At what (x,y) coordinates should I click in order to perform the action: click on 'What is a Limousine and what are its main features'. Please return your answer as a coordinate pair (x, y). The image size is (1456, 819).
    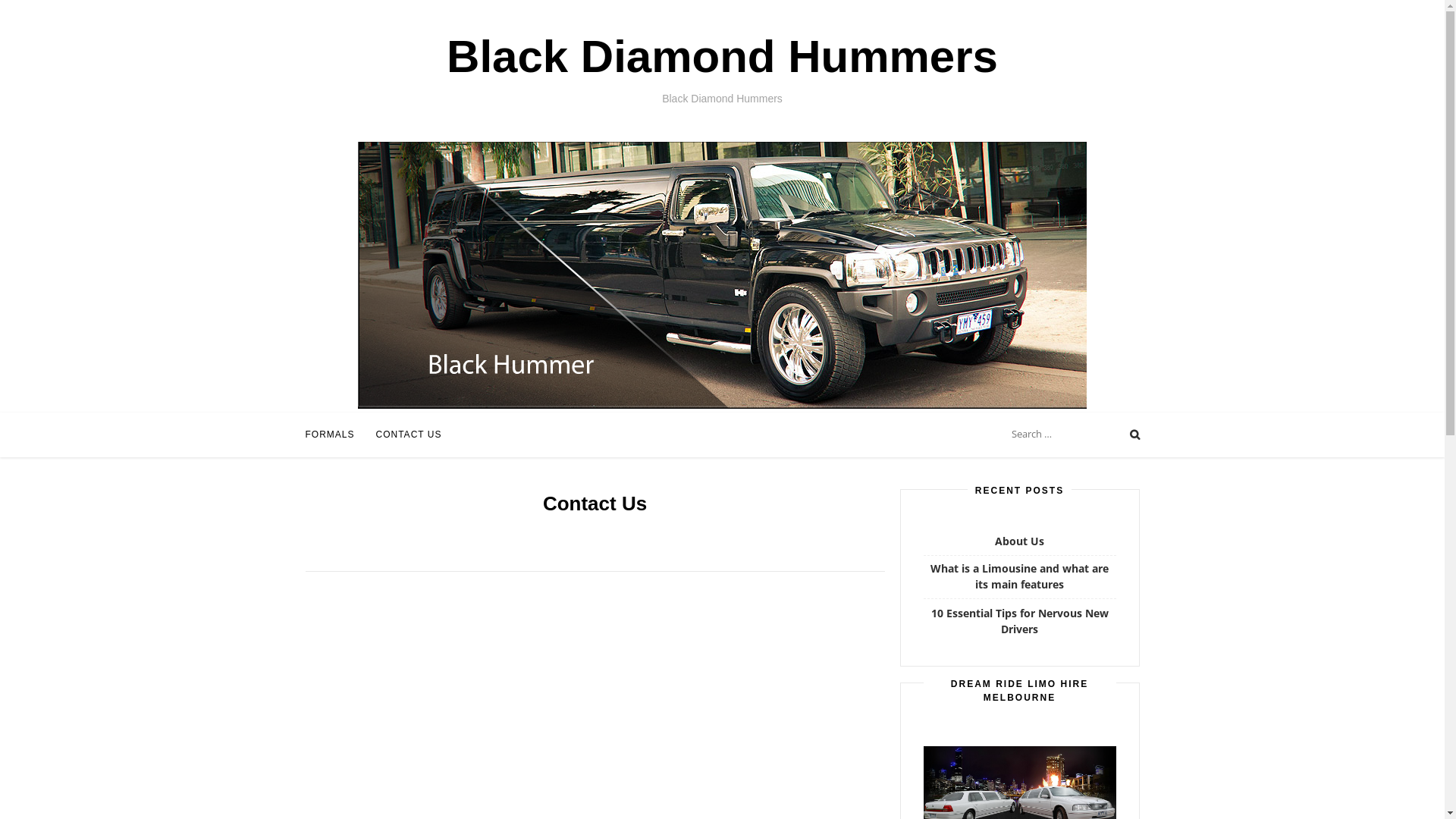
    Looking at the image, I should click on (1019, 576).